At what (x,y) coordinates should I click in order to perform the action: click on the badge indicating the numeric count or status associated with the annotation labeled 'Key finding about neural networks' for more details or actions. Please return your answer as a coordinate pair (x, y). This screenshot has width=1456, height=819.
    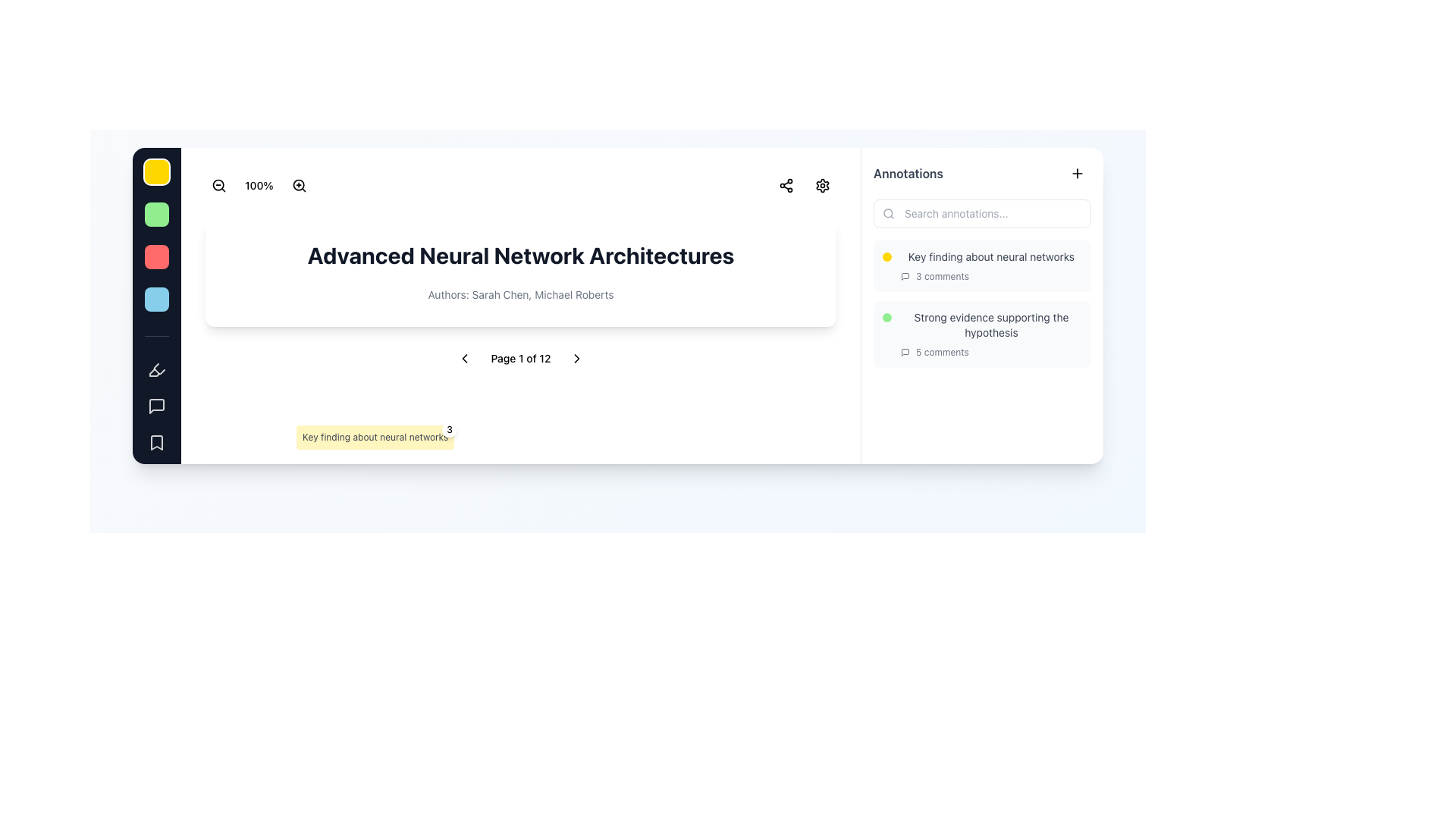
    Looking at the image, I should click on (449, 430).